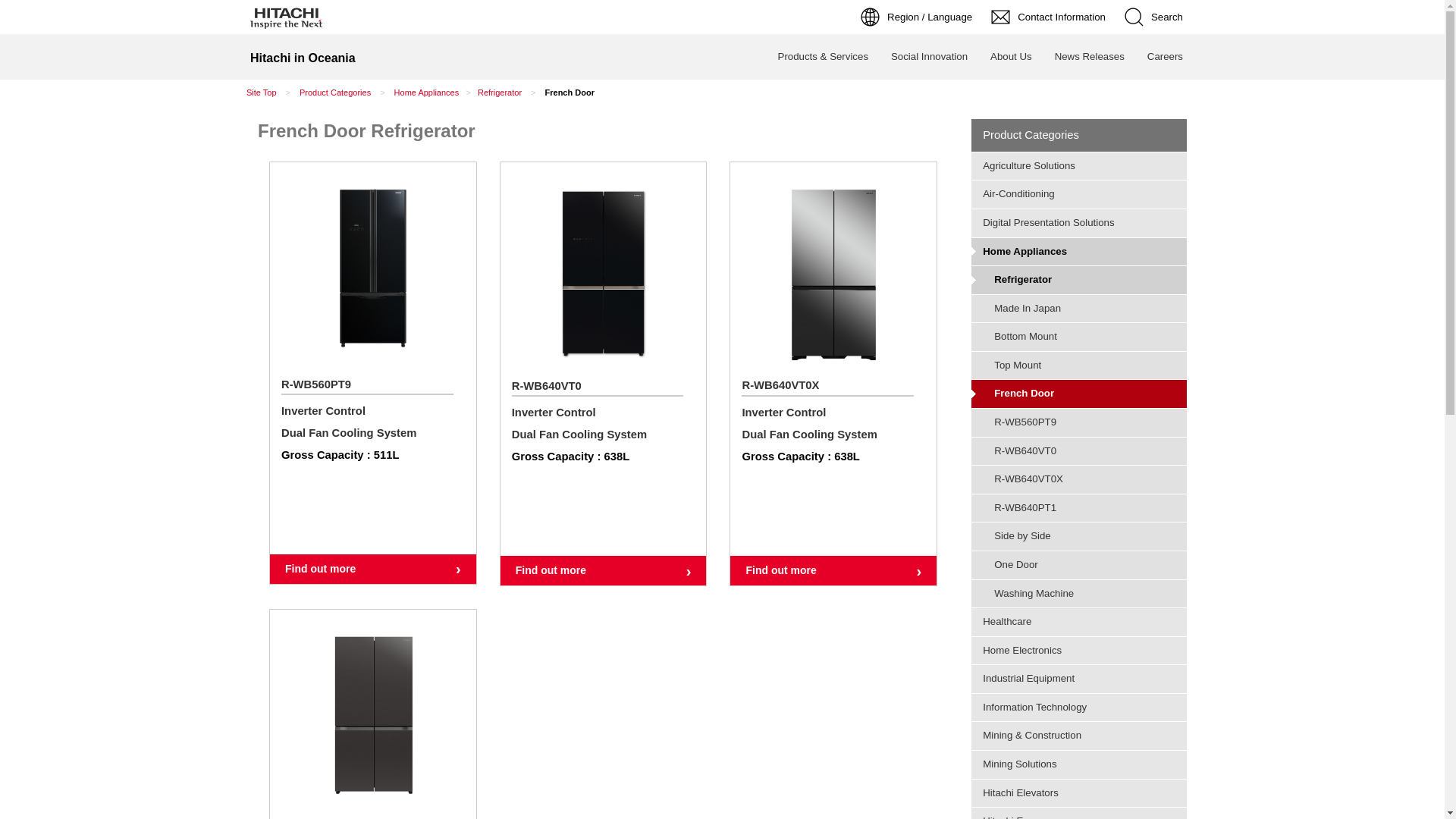  I want to click on 'Careers', so click(1135, 55).